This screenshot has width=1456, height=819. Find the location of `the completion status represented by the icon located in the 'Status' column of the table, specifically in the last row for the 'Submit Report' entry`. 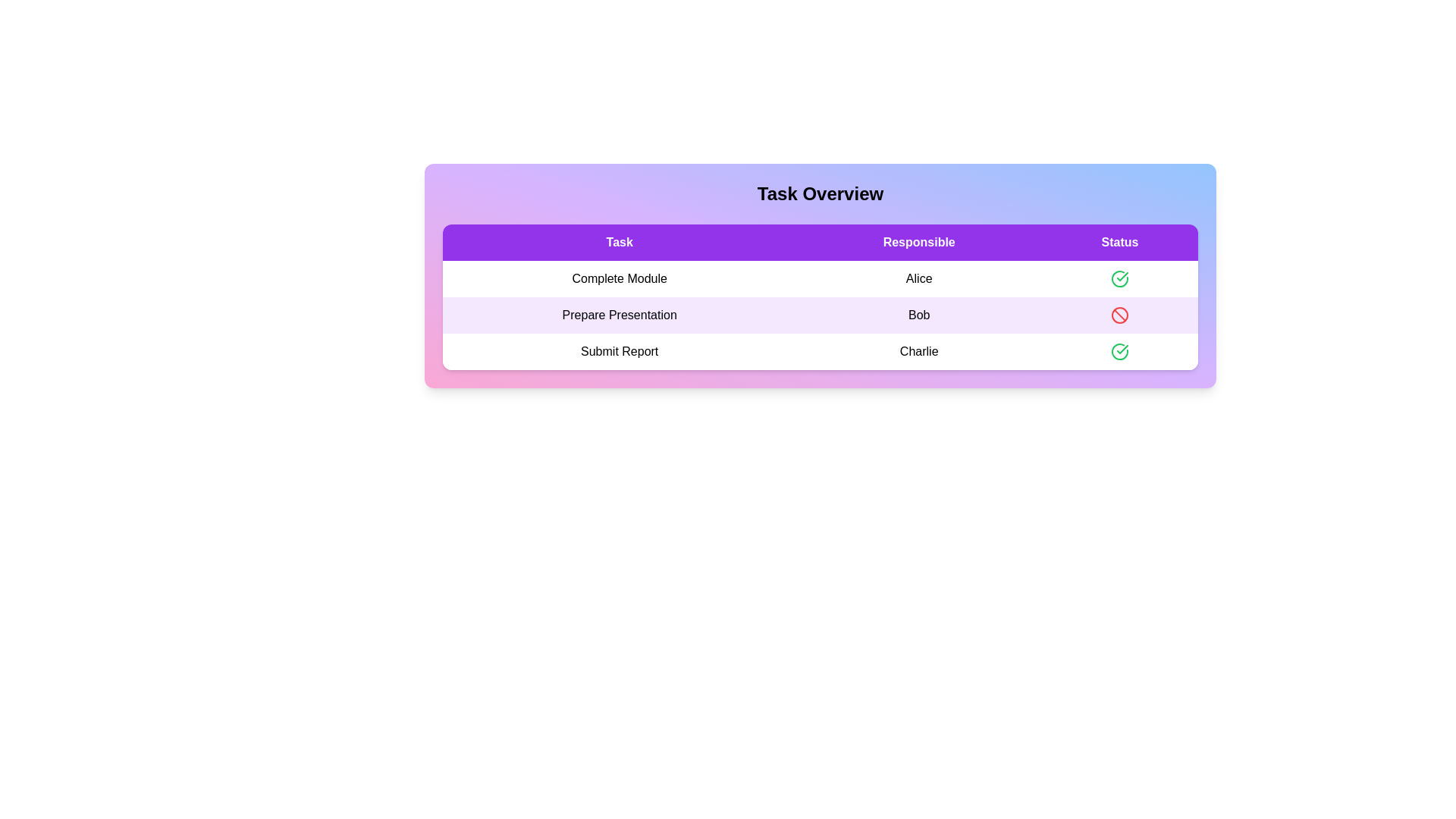

the completion status represented by the icon located in the 'Status' column of the table, specifically in the last row for the 'Submit Report' entry is located at coordinates (1120, 351).